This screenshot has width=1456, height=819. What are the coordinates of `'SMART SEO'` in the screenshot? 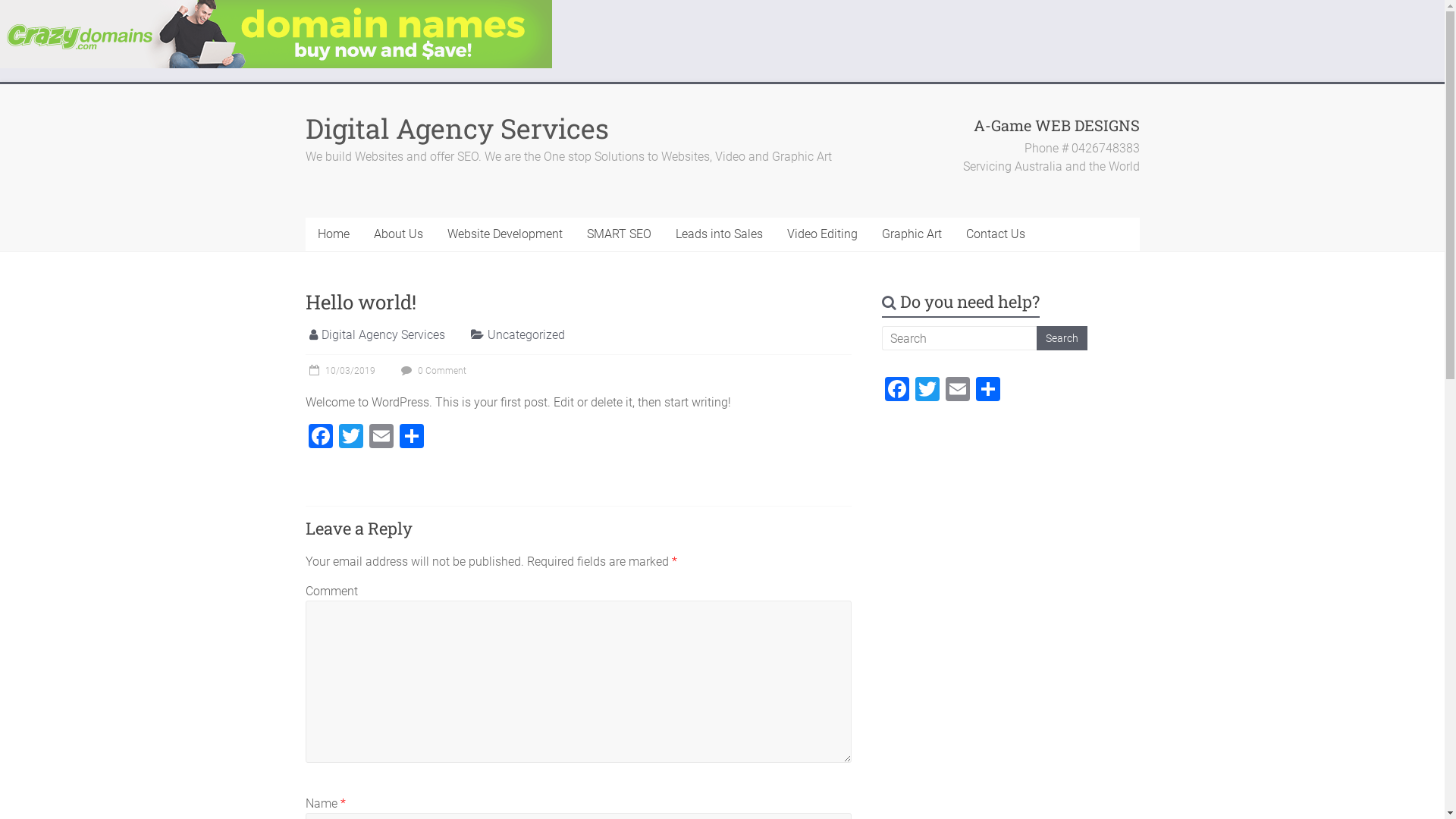 It's located at (574, 234).